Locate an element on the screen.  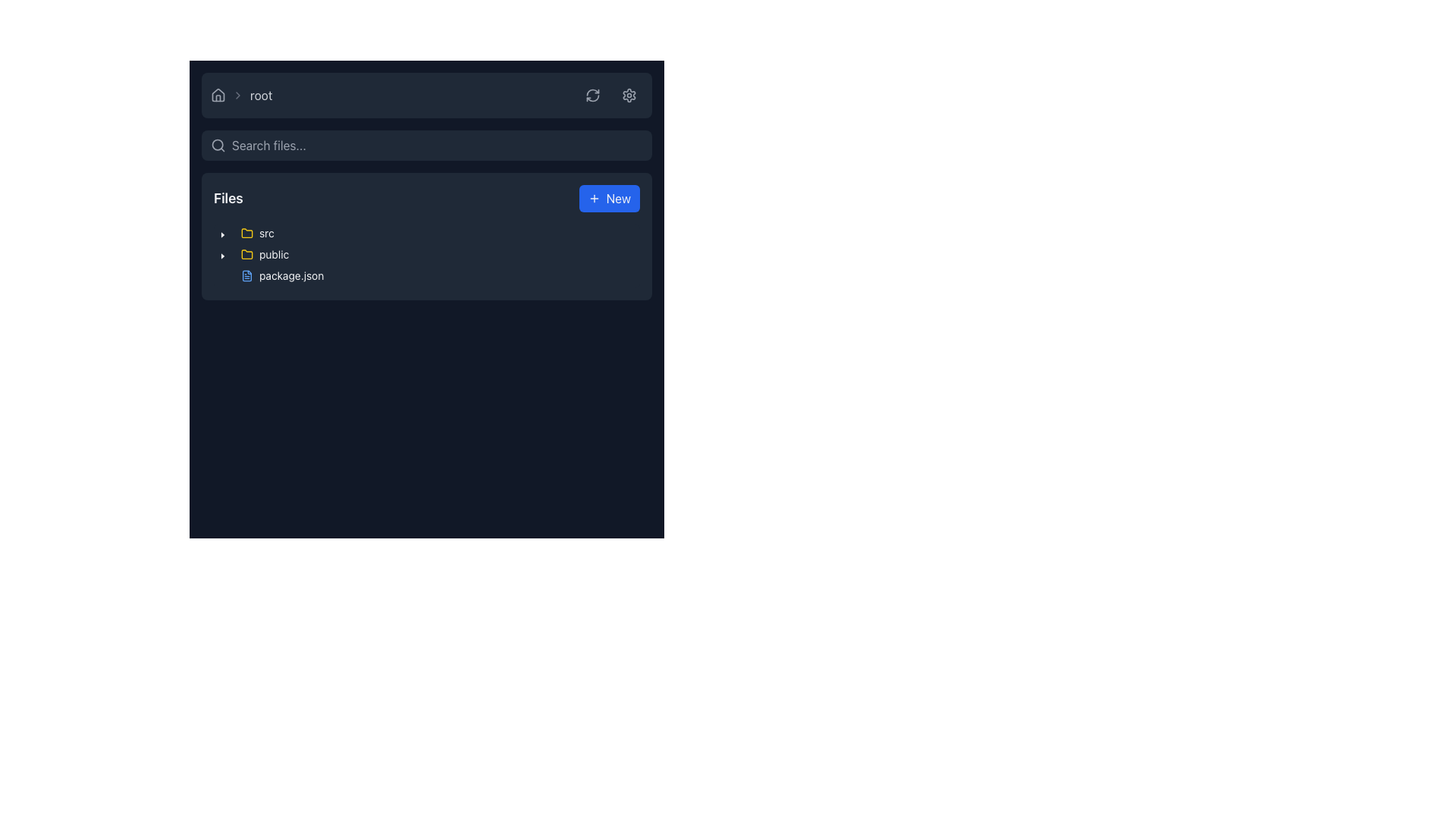
the folder icon located at the top left corner of the horizontal grouping, which is adjacent to the text label 'src' is located at coordinates (247, 234).